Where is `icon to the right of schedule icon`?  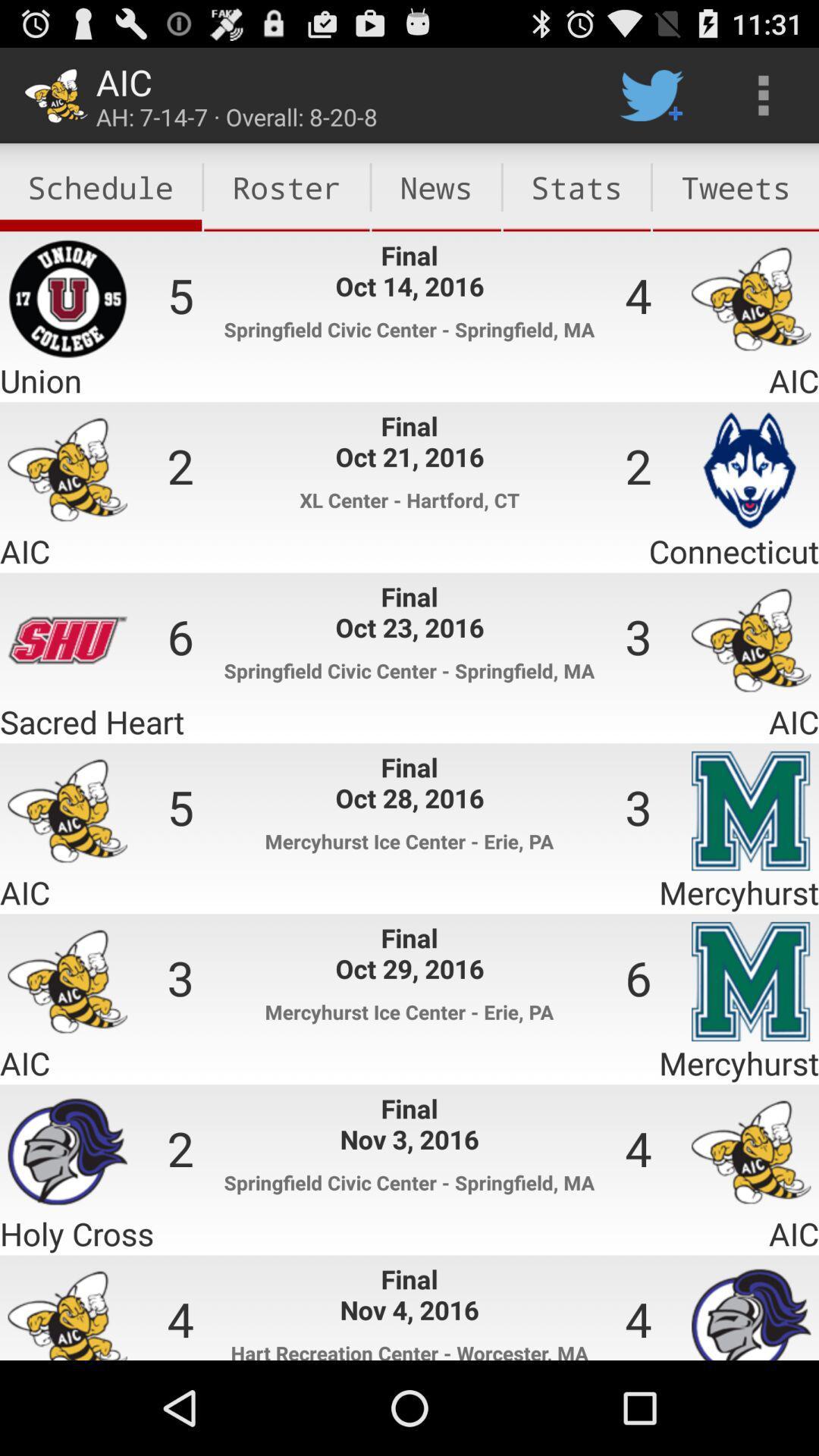 icon to the right of schedule icon is located at coordinates (287, 187).